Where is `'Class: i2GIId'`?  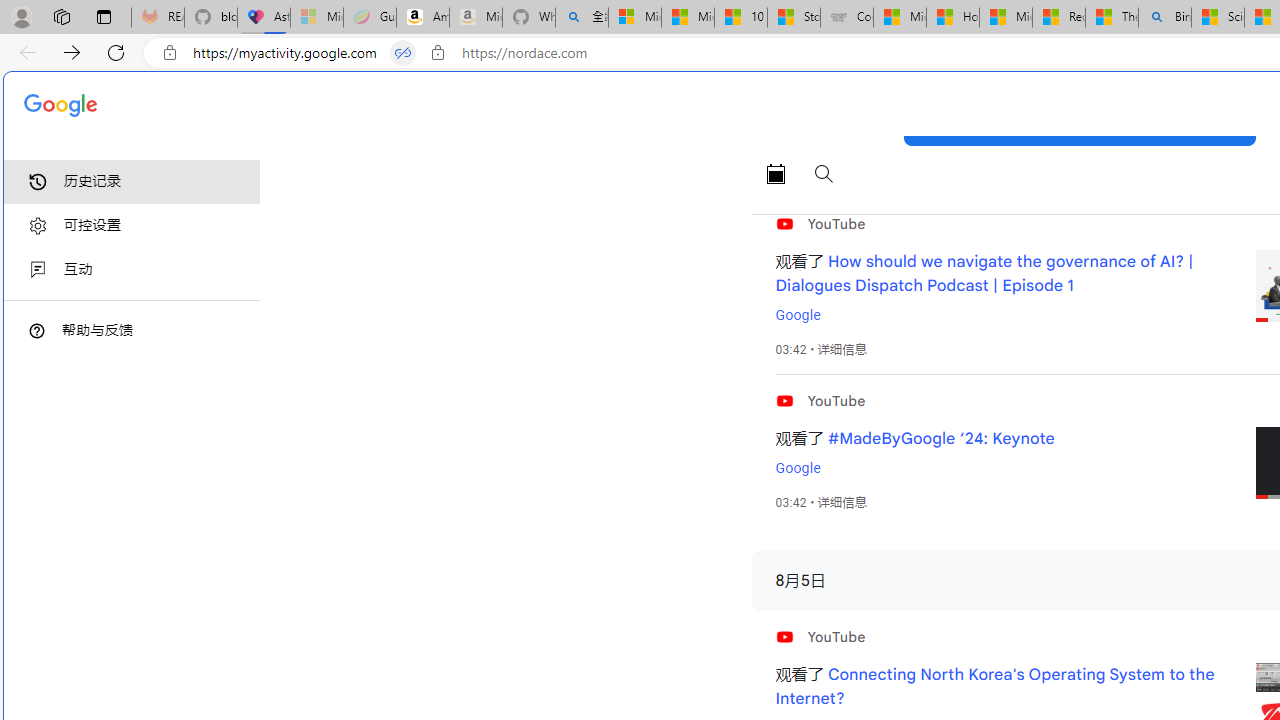
'Class: i2GIId' is located at coordinates (38, 270).